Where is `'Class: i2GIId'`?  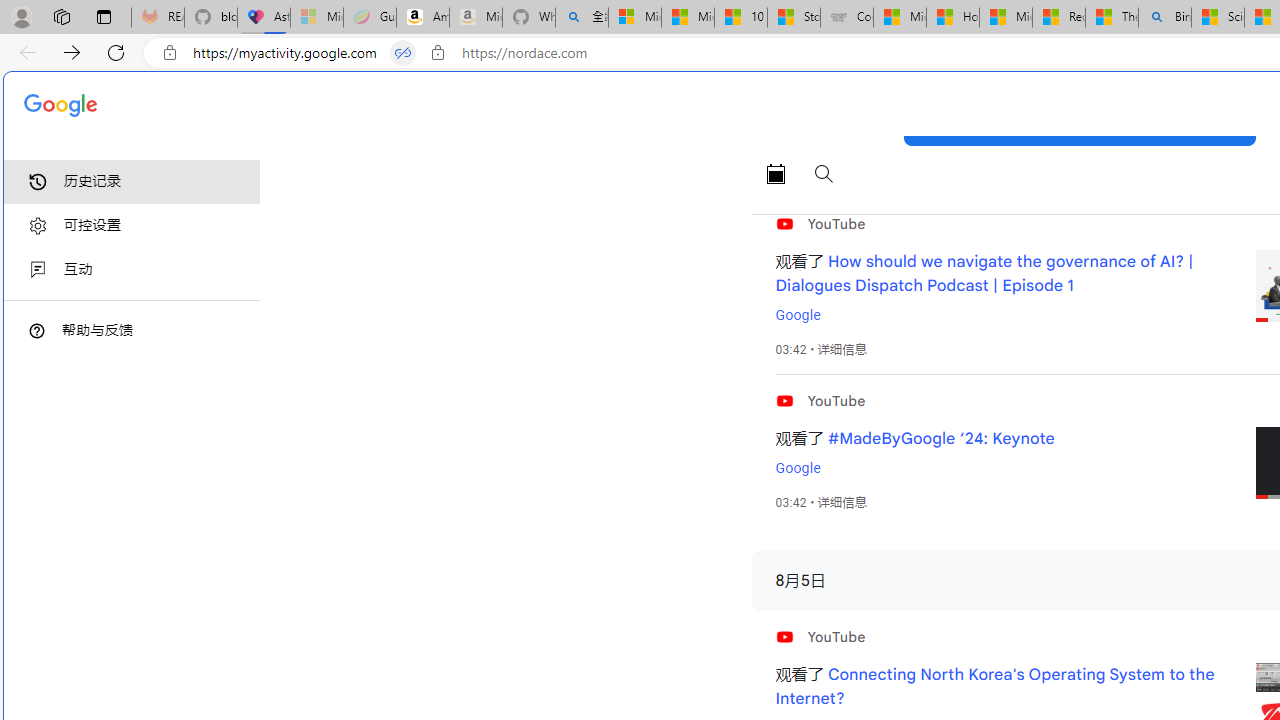
'Class: i2GIId' is located at coordinates (38, 270).